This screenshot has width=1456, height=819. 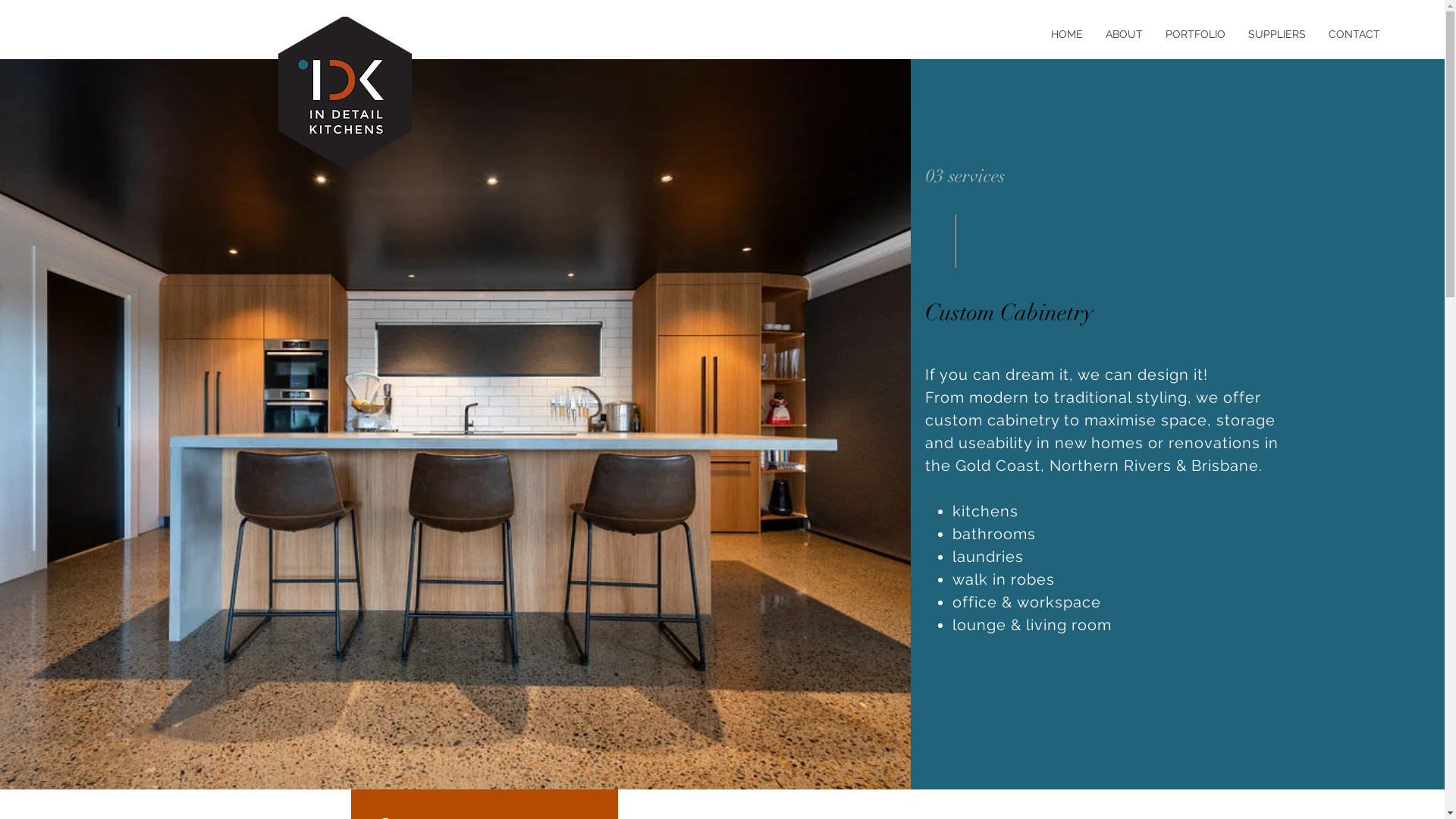 I want to click on 'PORTFOLIO', so click(x=1194, y=34).